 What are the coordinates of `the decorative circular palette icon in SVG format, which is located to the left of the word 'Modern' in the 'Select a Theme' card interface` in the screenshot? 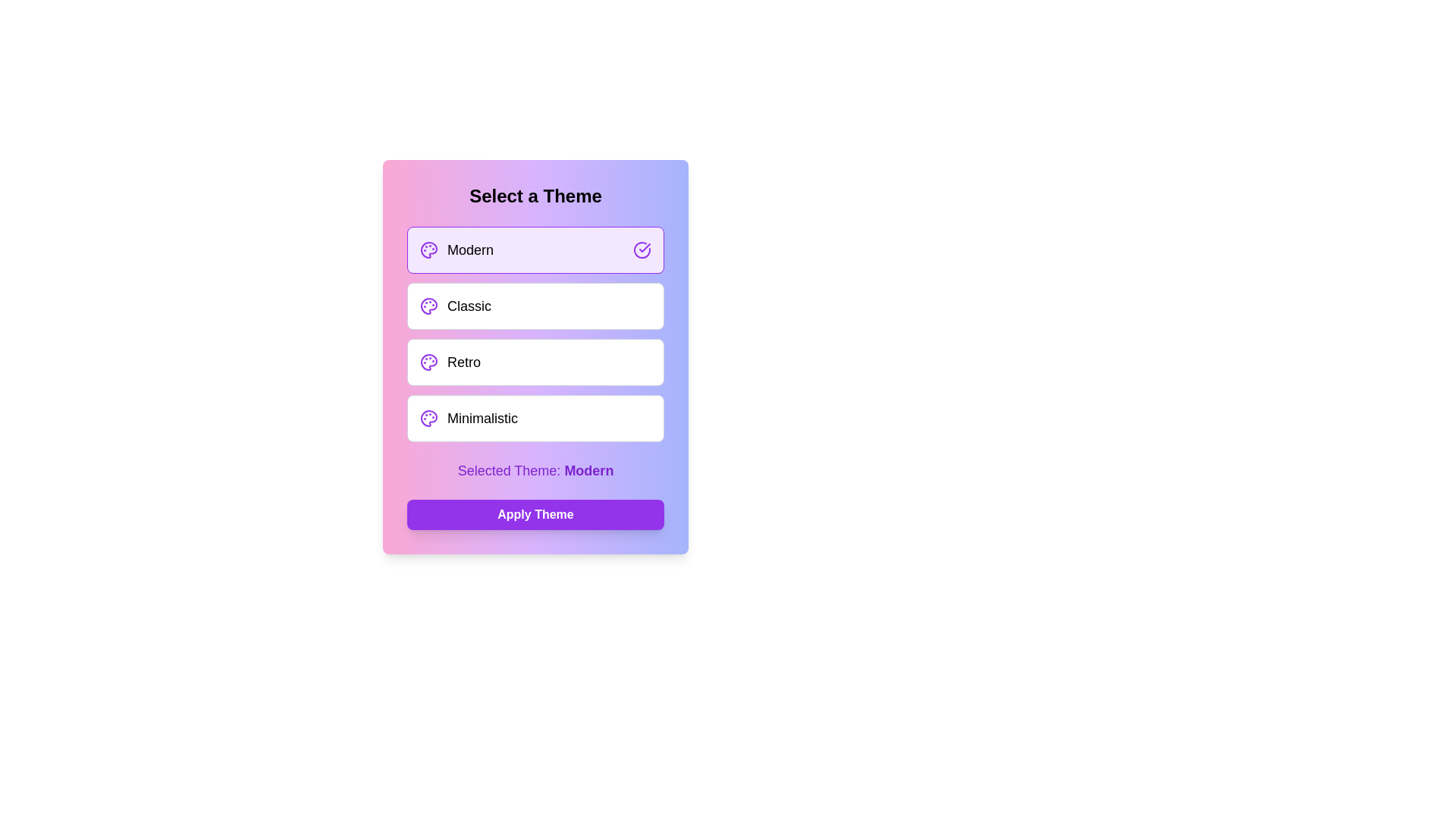 It's located at (428, 306).